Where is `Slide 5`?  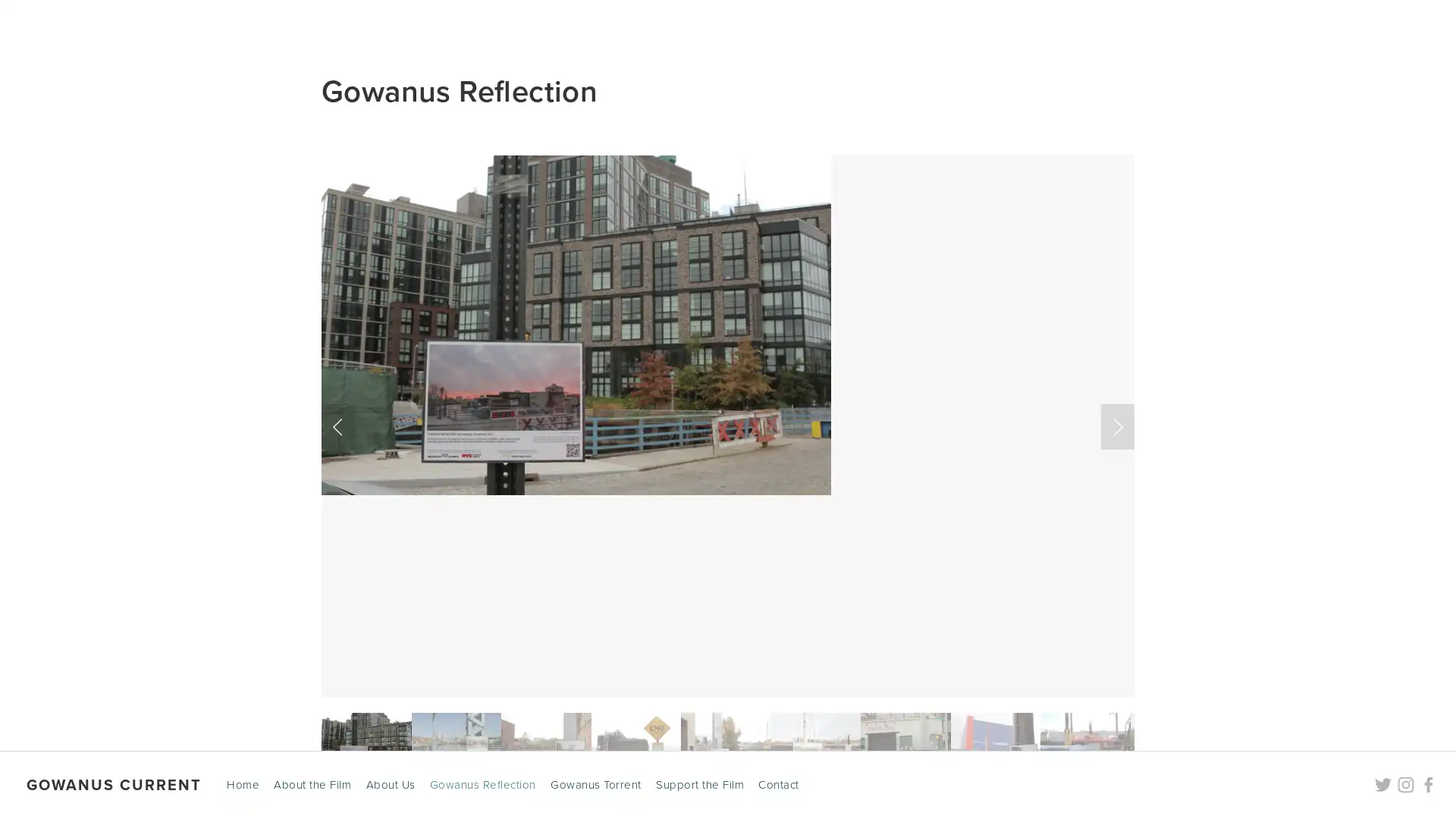 Slide 5 is located at coordinates (724, 741).